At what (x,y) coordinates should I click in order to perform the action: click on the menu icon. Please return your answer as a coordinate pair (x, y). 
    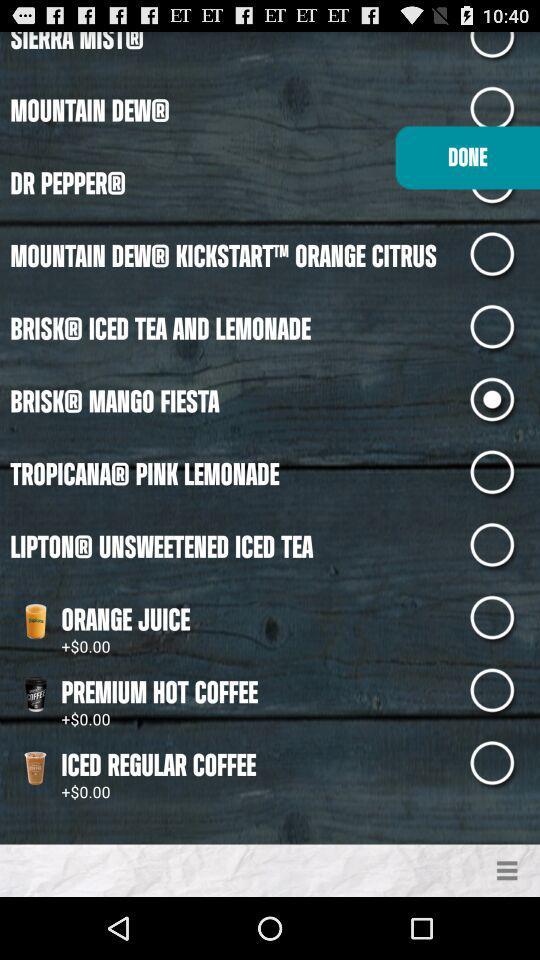
    Looking at the image, I should click on (507, 931).